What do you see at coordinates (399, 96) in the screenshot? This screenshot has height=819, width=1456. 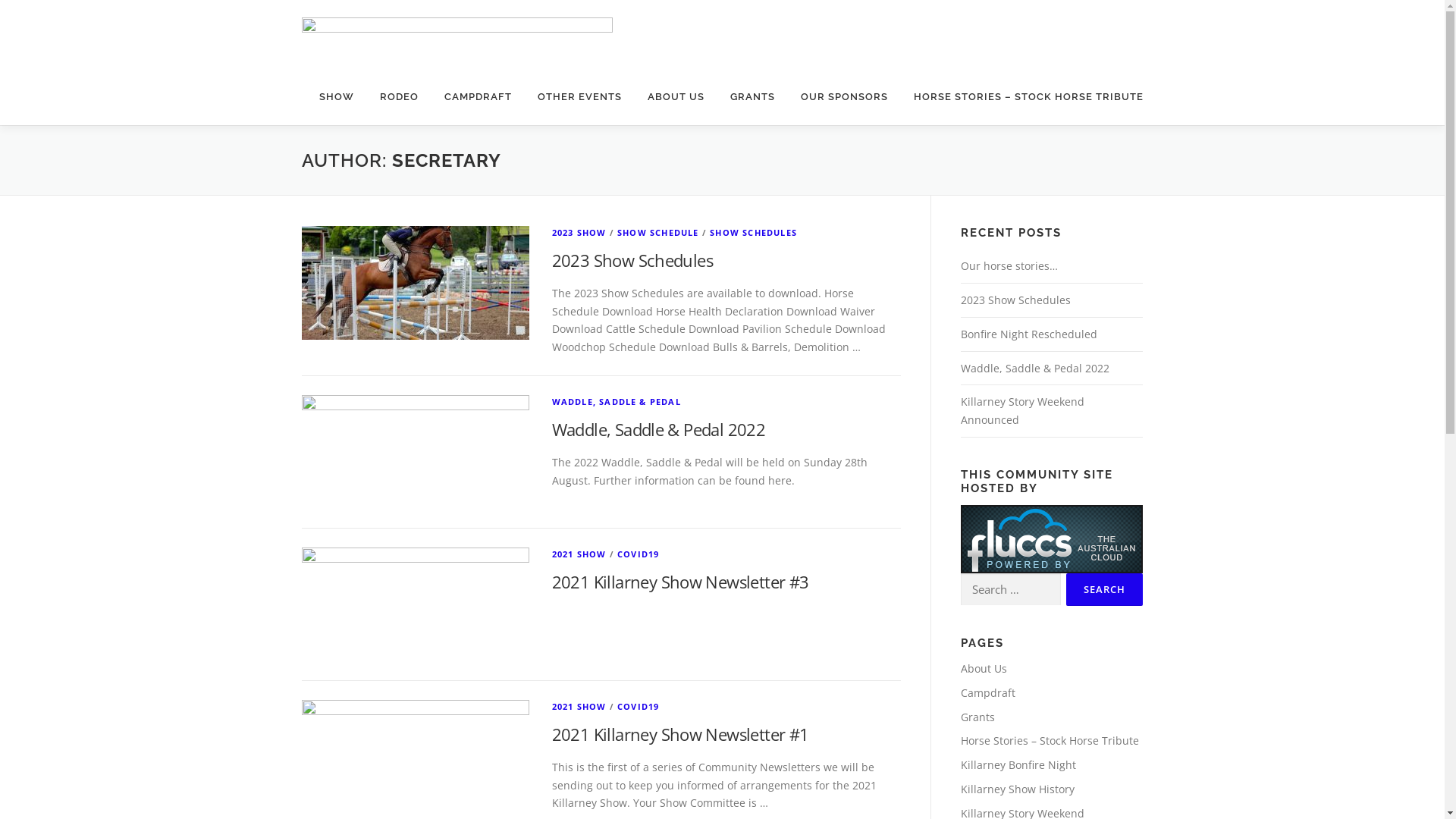 I see `'RODEO'` at bounding box center [399, 96].